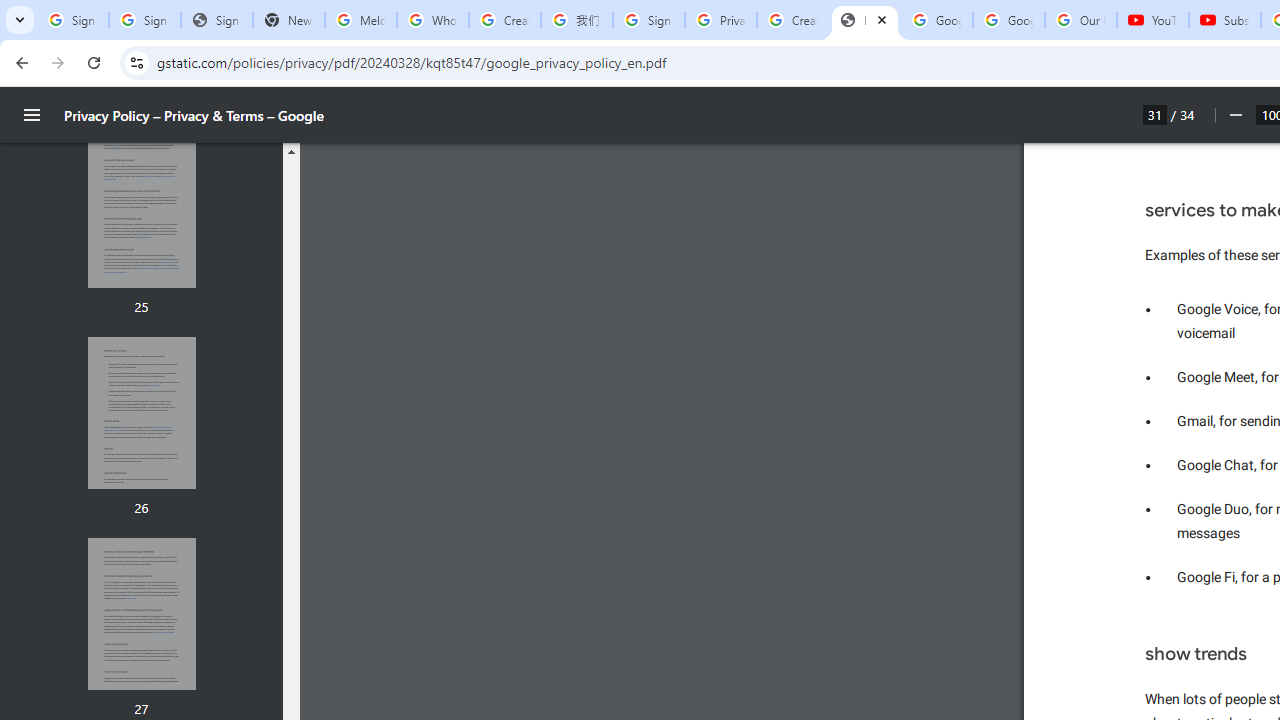 This screenshot has width=1280, height=720. What do you see at coordinates (1234, 115) in the screenshot?
I see `'Zoom out'` at bounding box center [1234, 115].